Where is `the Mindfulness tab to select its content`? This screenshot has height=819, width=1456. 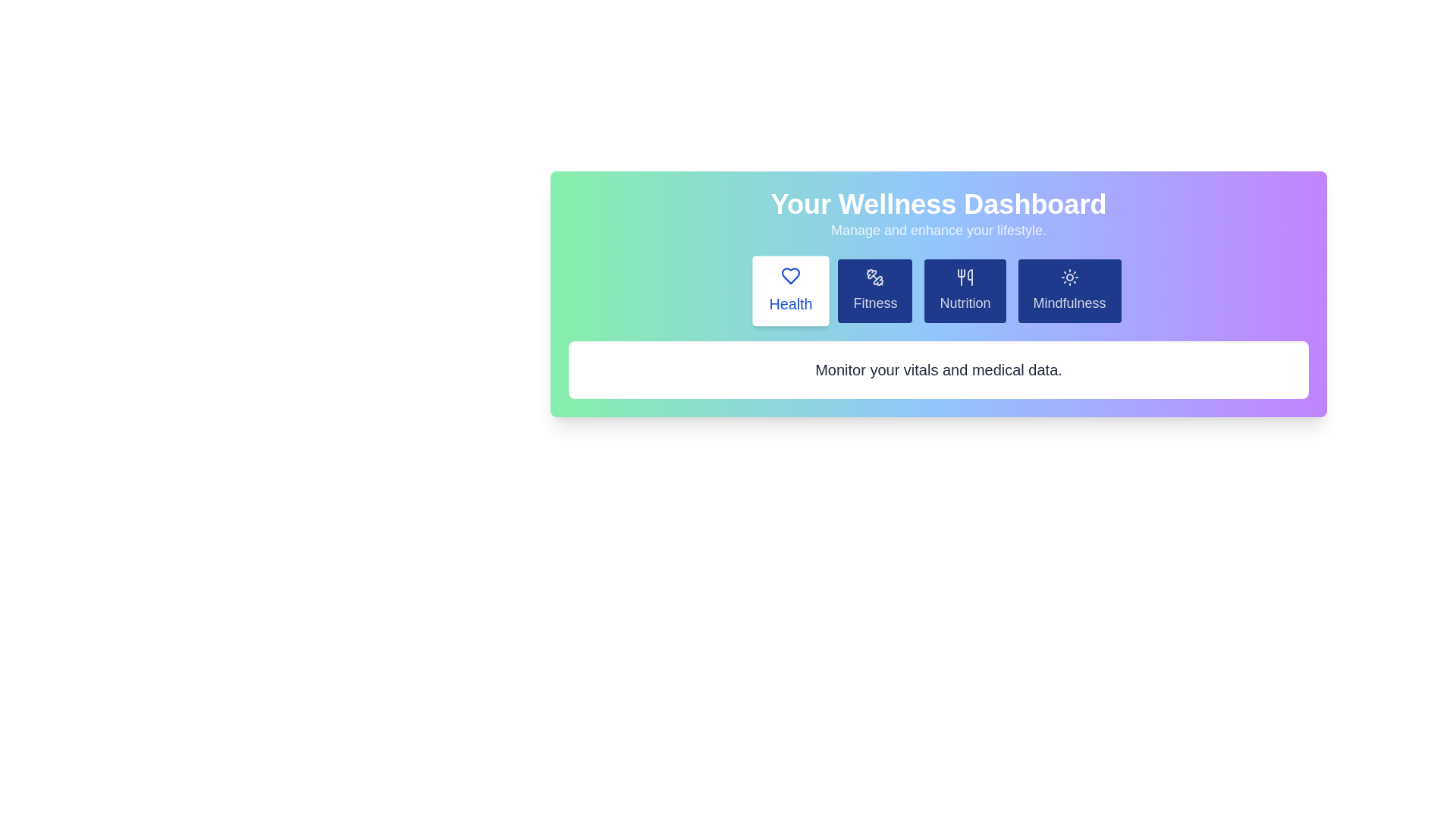 the Mindfulness tab to select its content is located at coordinates (1068, 291).